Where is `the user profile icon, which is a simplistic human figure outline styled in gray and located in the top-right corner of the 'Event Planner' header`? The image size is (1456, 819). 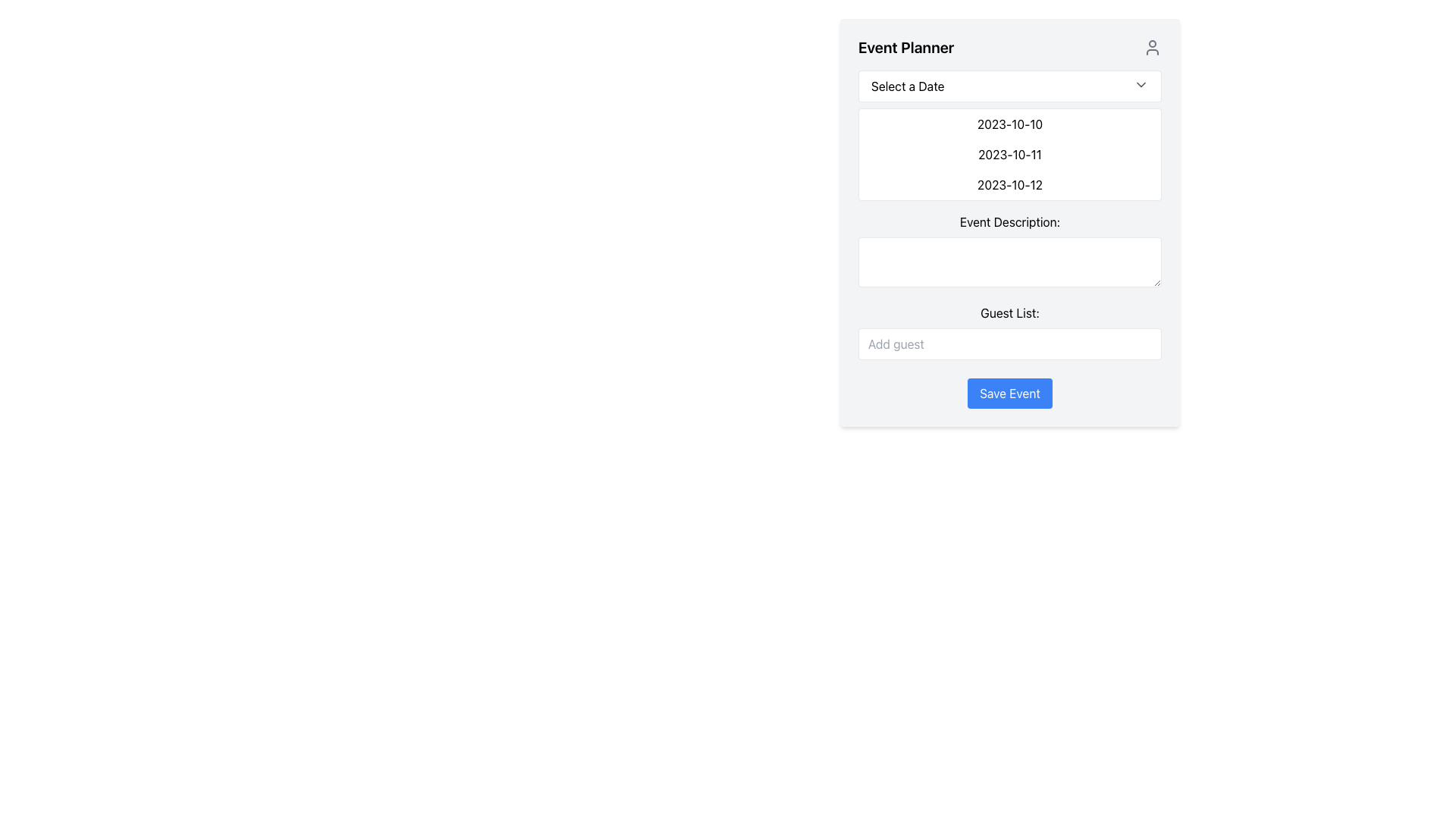
the user profile icon, which is a simplistic human figure outline styled in gray and located in the top-right corner of the 'Event Planner' header is located at coordinates (1153, 46).